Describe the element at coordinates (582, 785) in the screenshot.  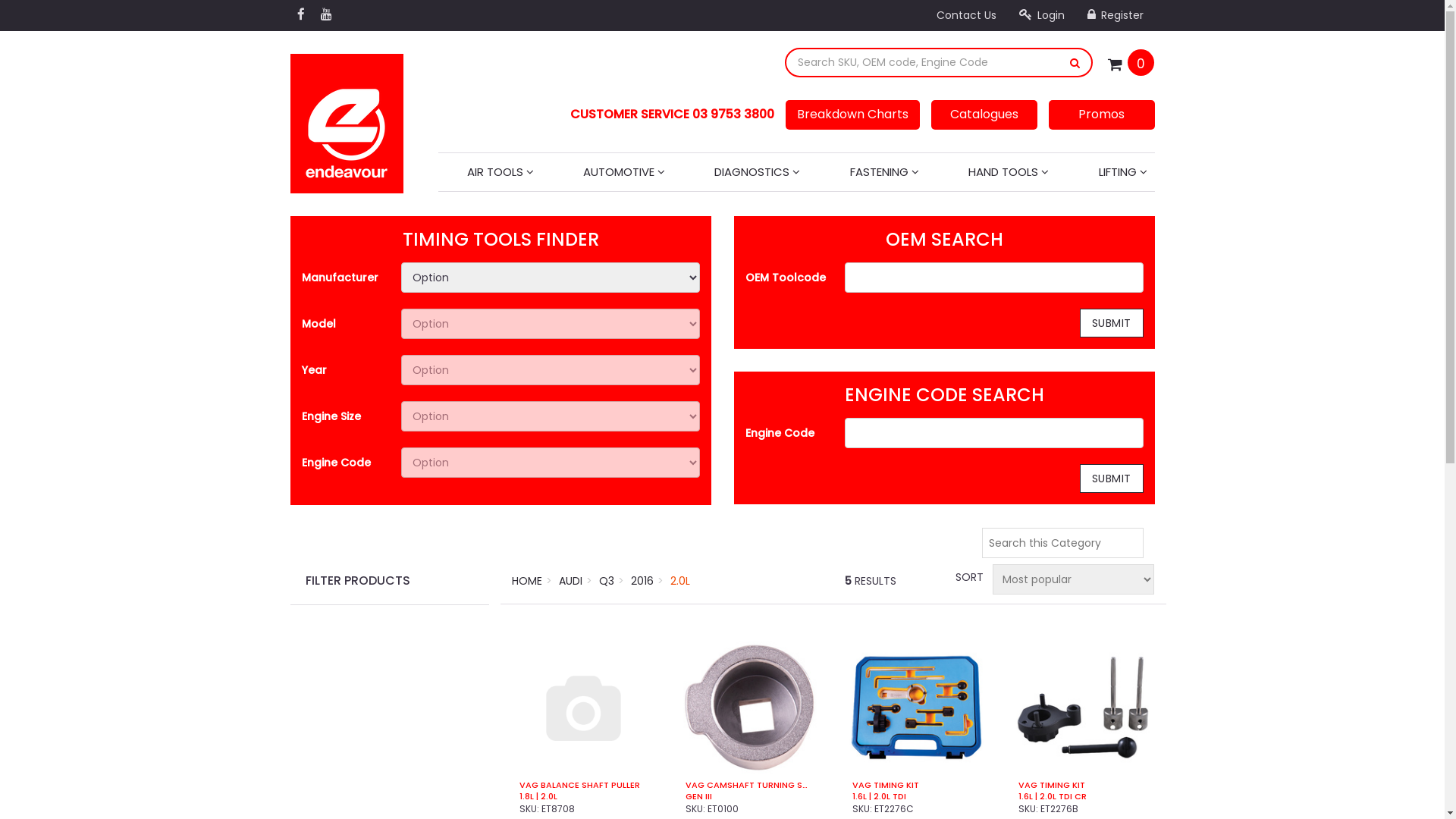
I see `'VAG BALANCE SHAFT PULLER'` at that location.